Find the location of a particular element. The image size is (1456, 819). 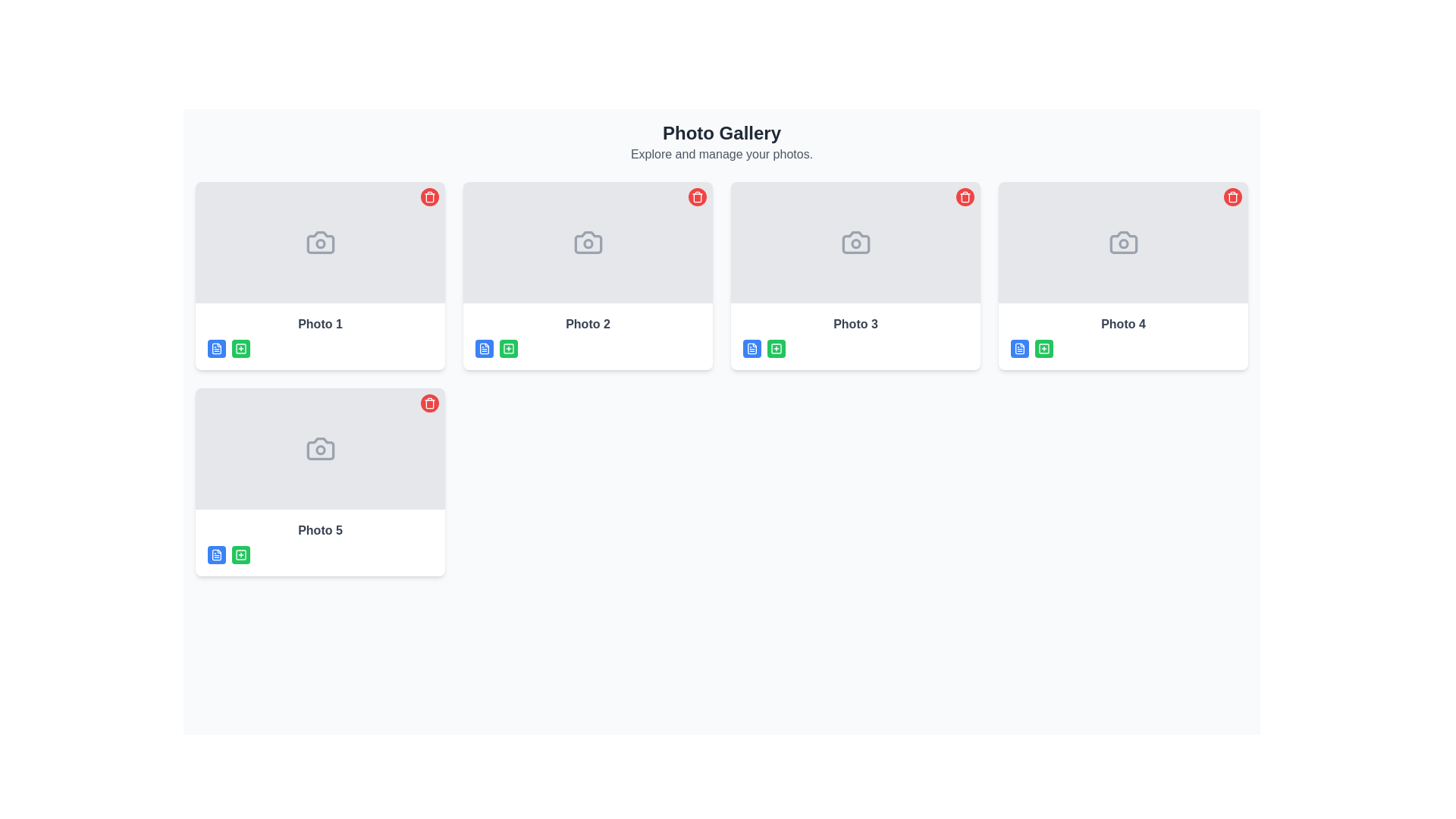

the camera icon located in the header area of the 'Photo 4' card, which features a rectangular shape with curved edges and a circular lens in the center is located at coordinates (1123, 242).